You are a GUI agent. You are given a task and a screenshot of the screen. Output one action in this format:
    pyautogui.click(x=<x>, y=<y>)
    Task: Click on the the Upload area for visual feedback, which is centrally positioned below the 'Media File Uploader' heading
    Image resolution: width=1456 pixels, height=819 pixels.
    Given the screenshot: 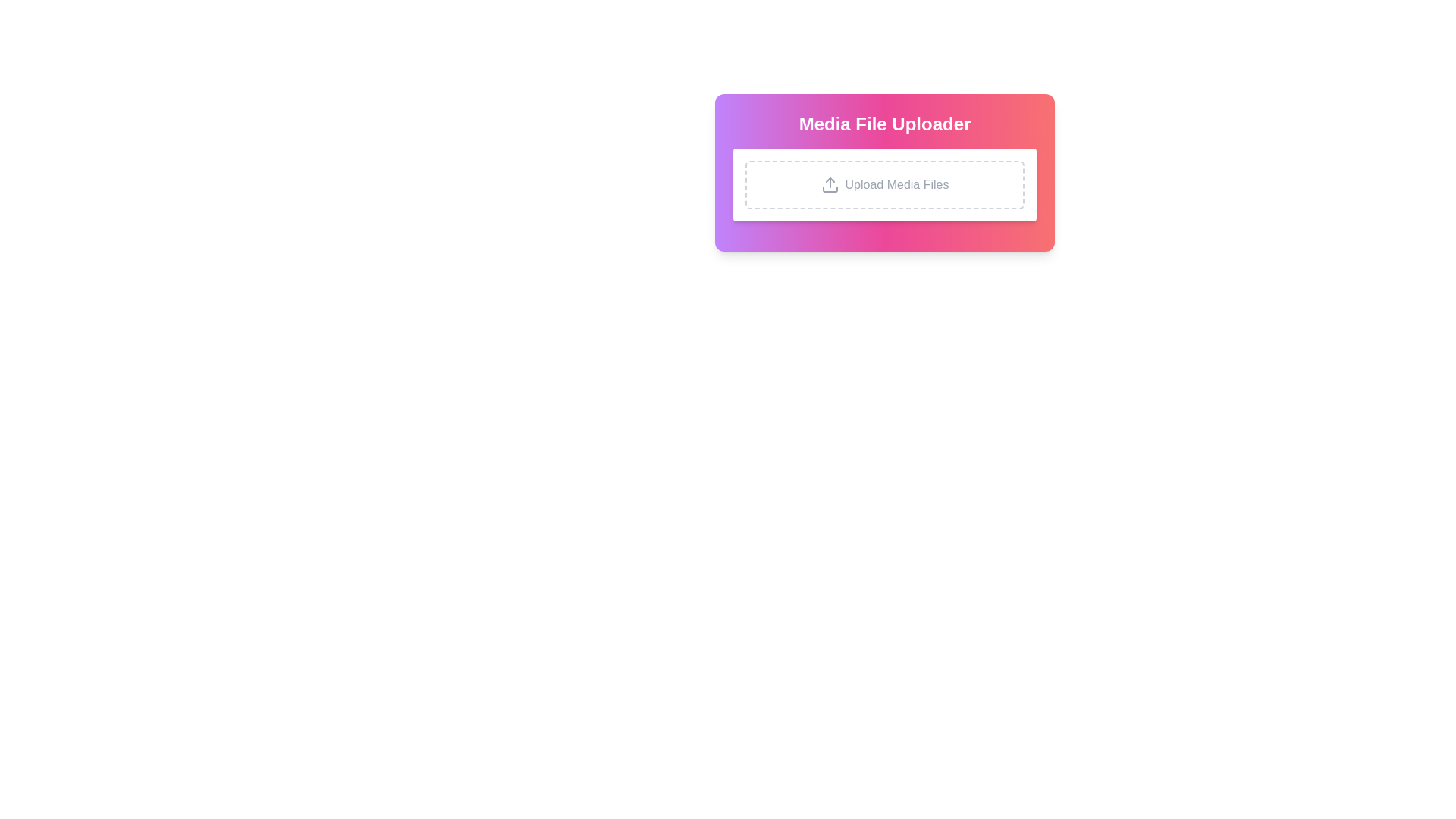 What is the action you would take?
    pyautogui.click(x=884, y=184)
    